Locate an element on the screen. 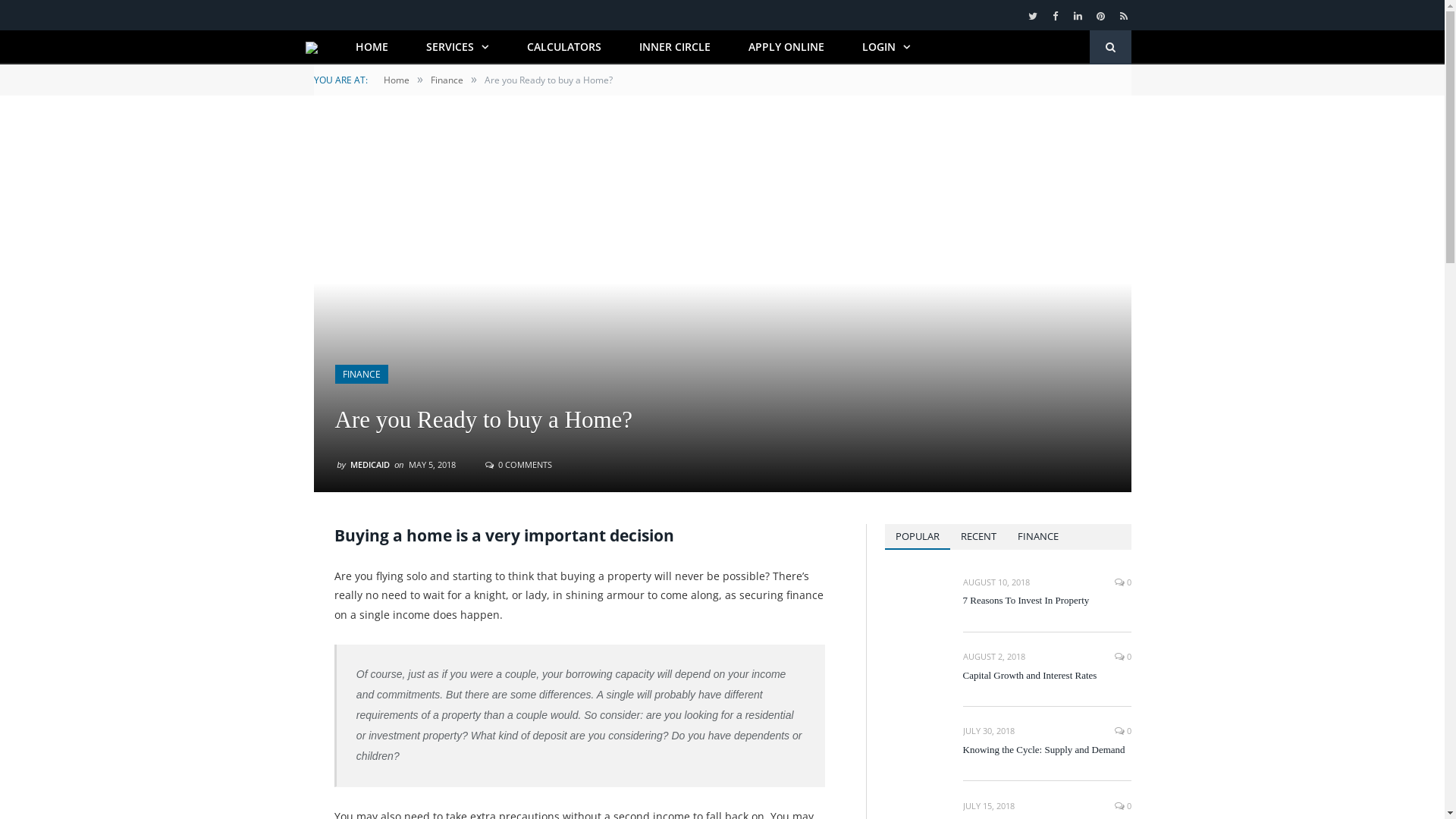 This screenshot has width=1456, height=819. 'Home' is located at coordinates (397, 80).